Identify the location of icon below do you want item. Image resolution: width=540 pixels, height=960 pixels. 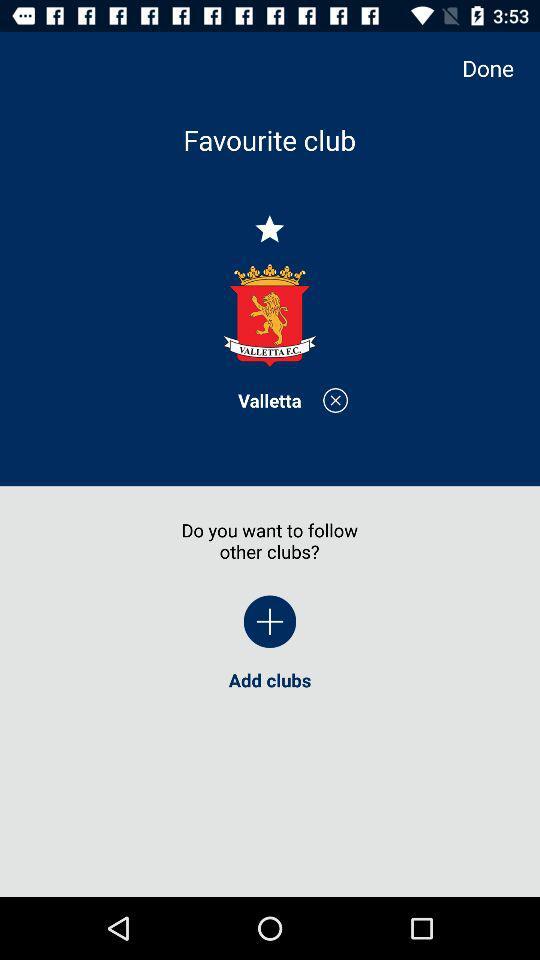
(270, 620).